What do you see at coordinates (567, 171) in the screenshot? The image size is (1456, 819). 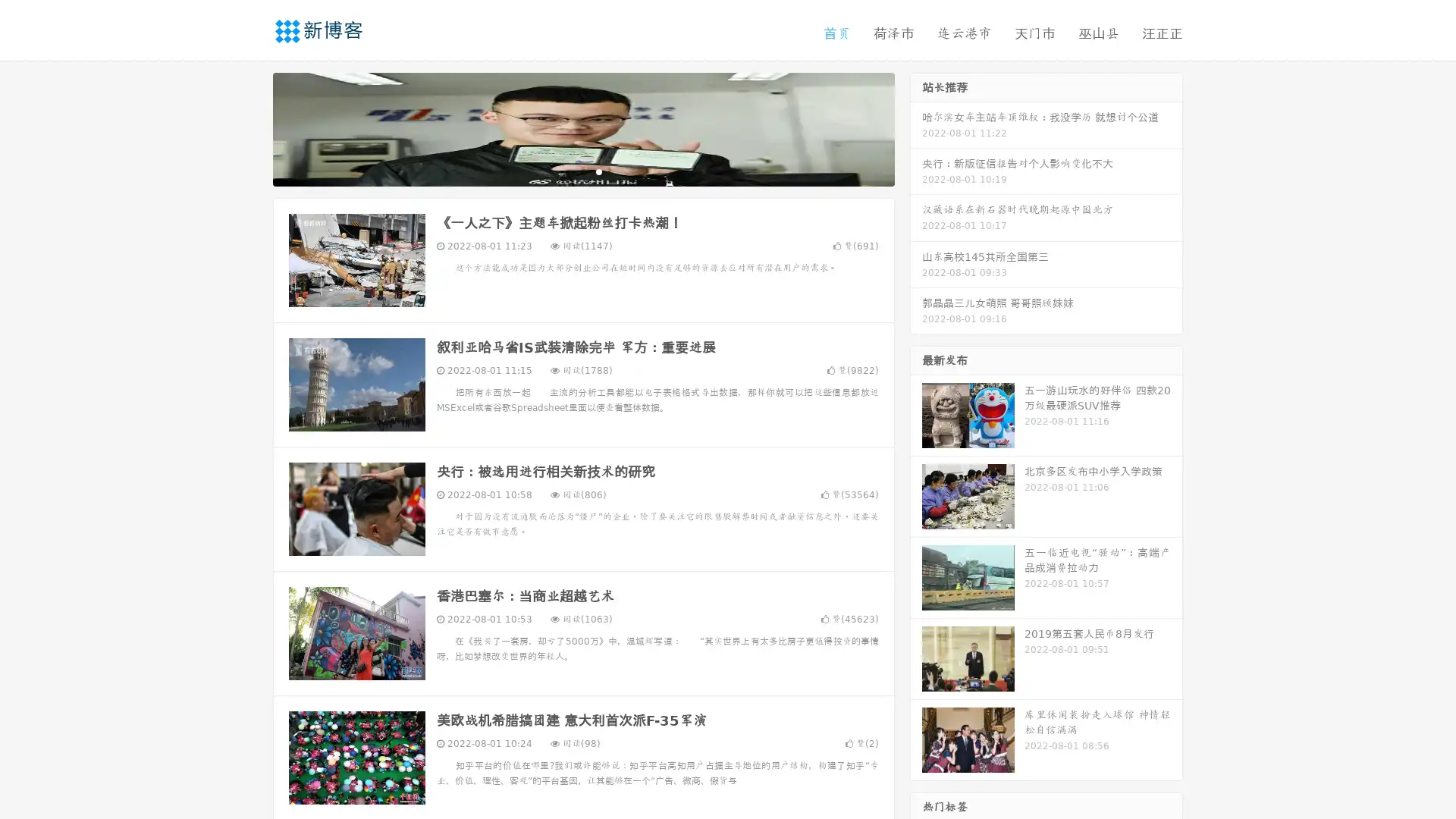 I see `Go to slide 1` at bounding box center [567, 171].